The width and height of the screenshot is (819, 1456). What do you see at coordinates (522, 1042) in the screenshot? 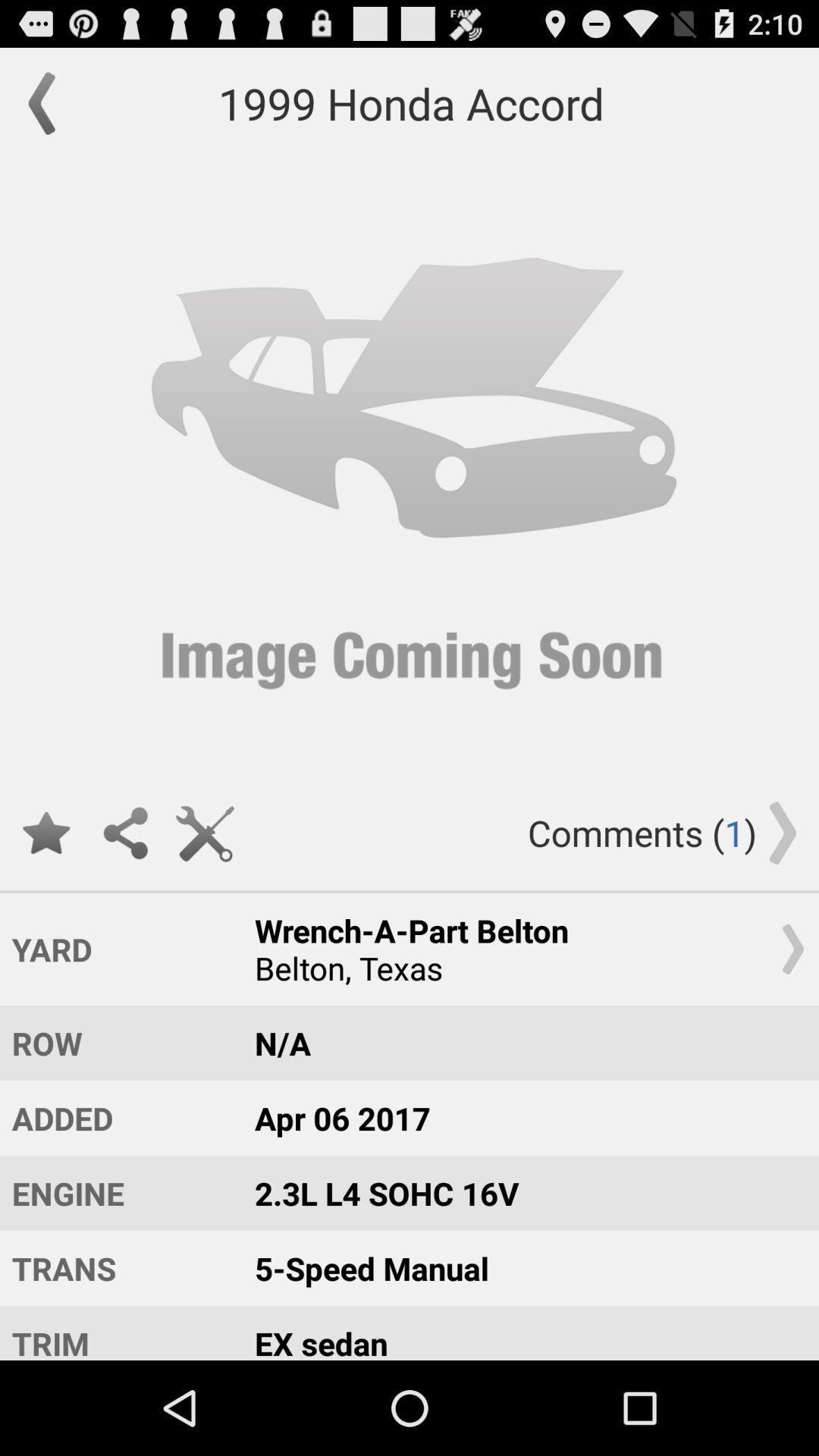
I see `the icon to the right of row item` at bounding box center [522, 1042].